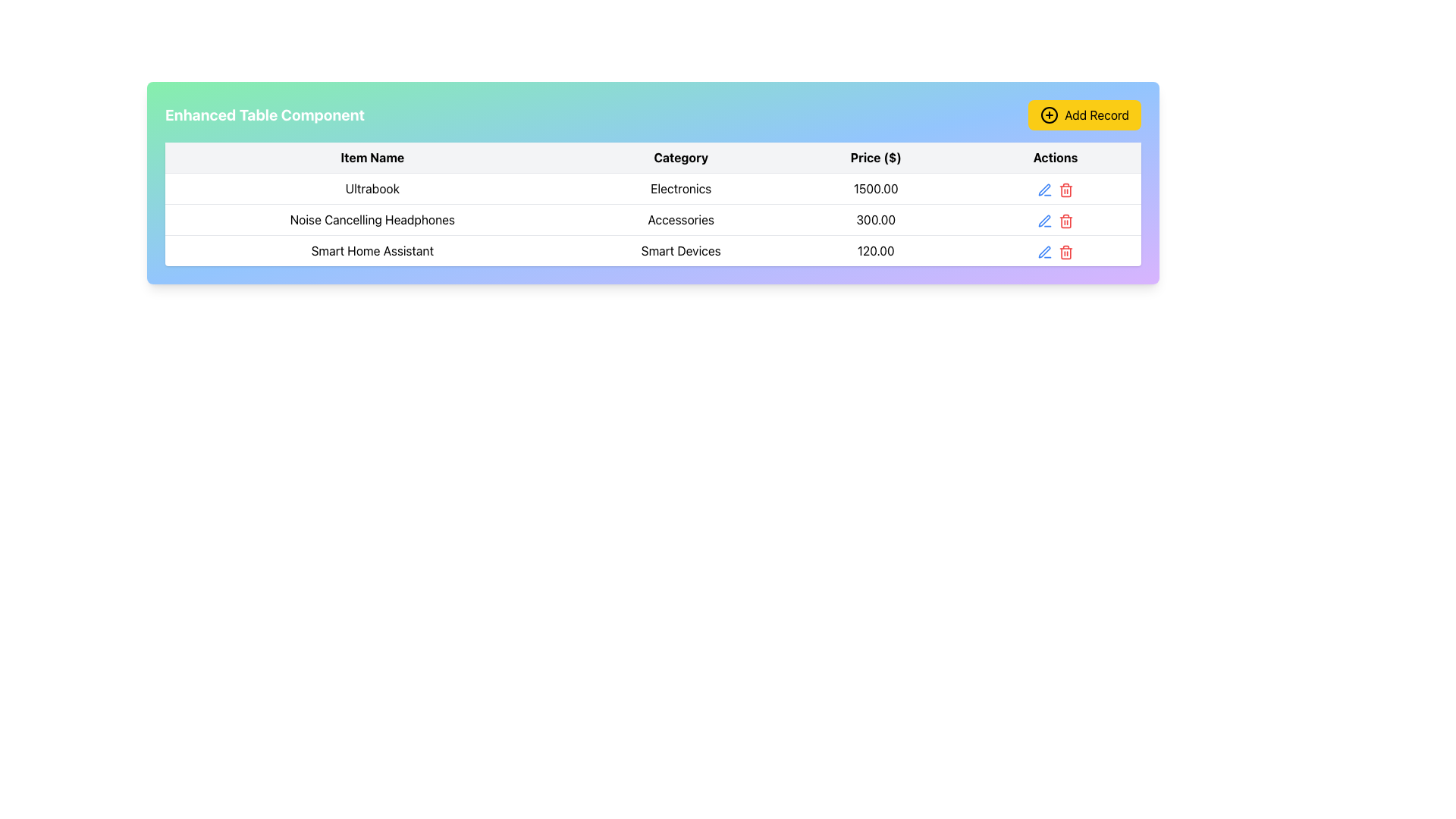  Describe the element at coordinates (1043, 221) in the screenshot. I see `the pen icon in the Actions column of the second row of the table` at that location.